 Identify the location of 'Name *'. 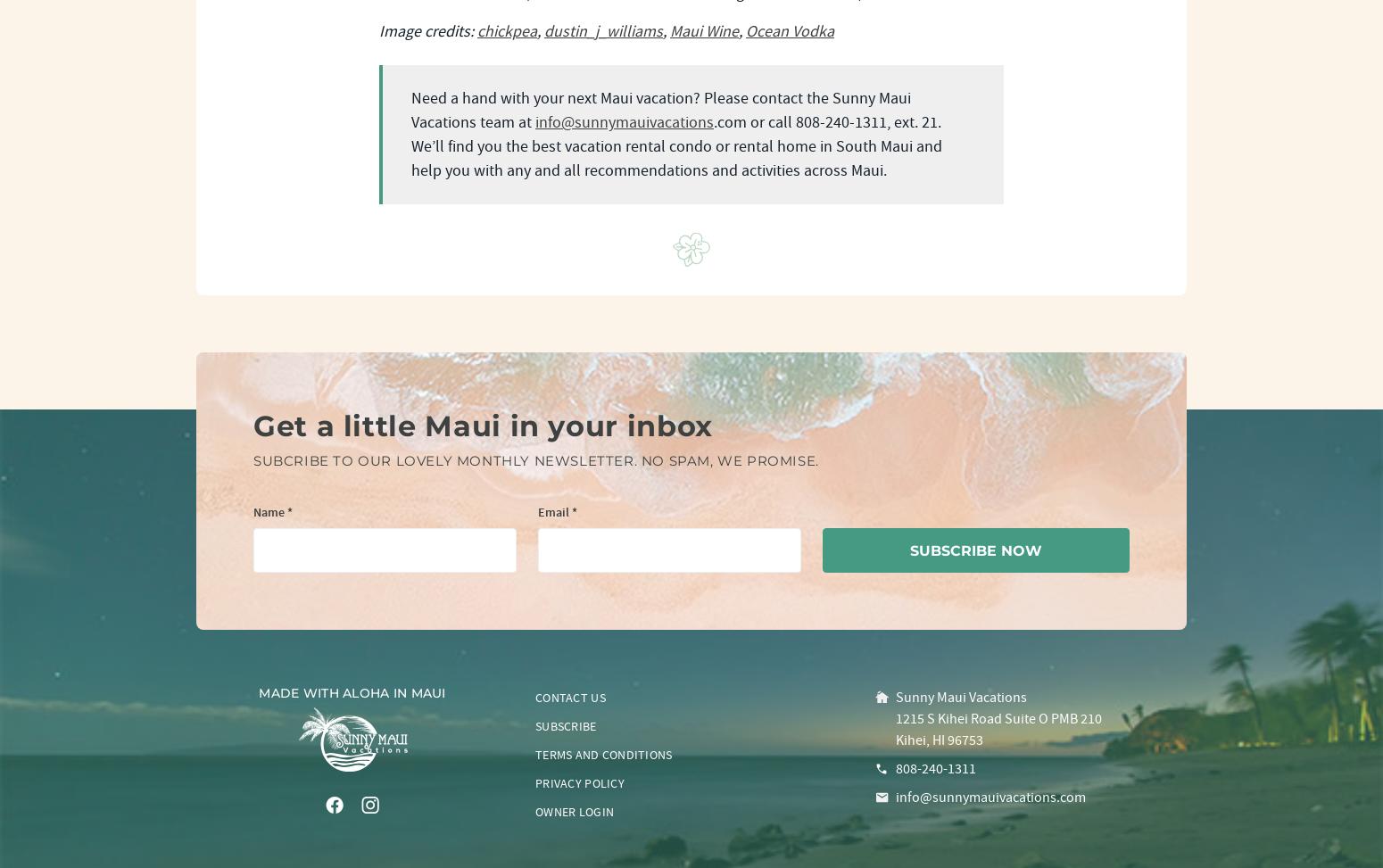
(272, 512).